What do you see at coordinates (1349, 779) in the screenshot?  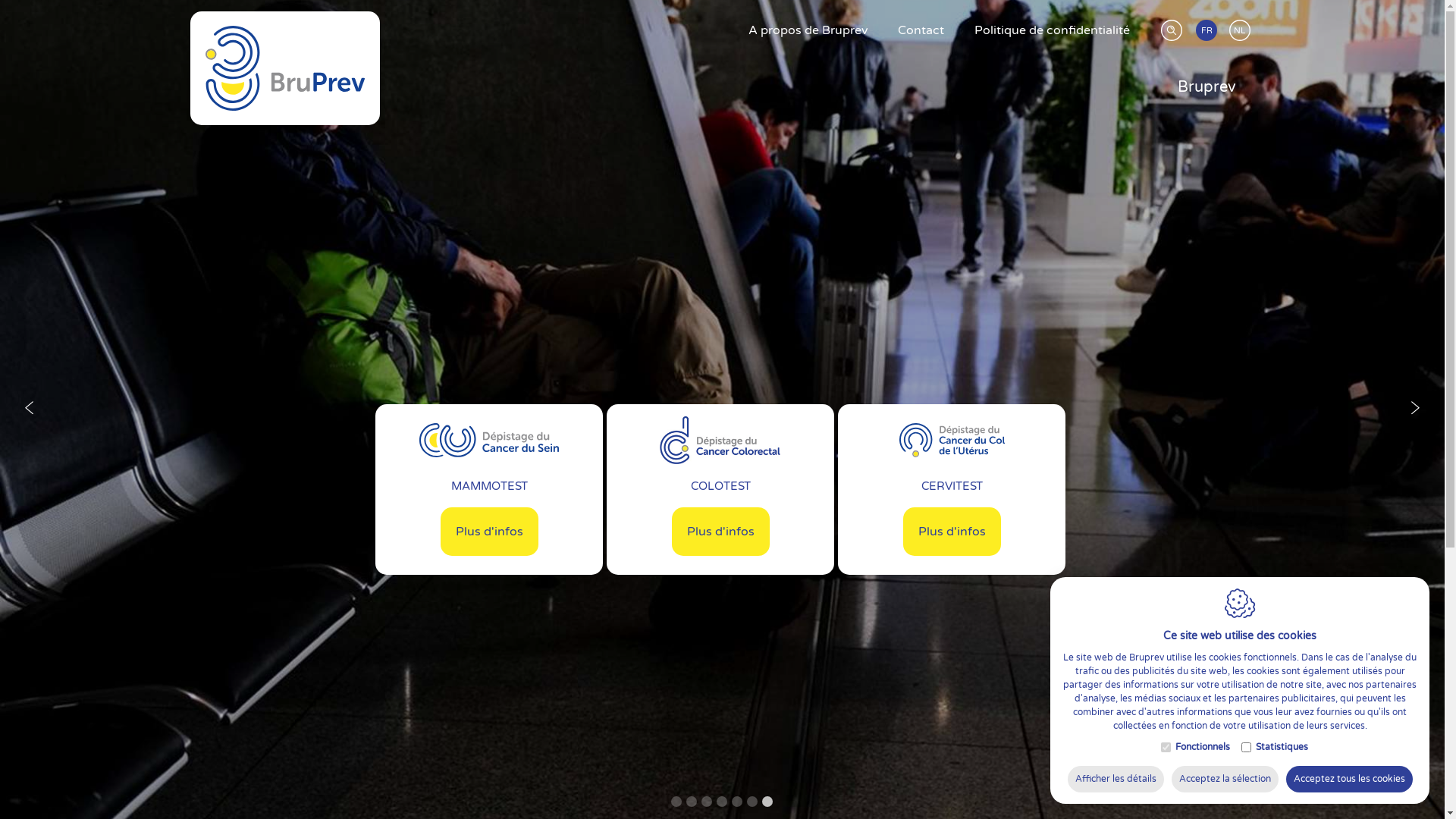 I see `'Acceptez tous les cookies'` at bounding box center [1349, 779].